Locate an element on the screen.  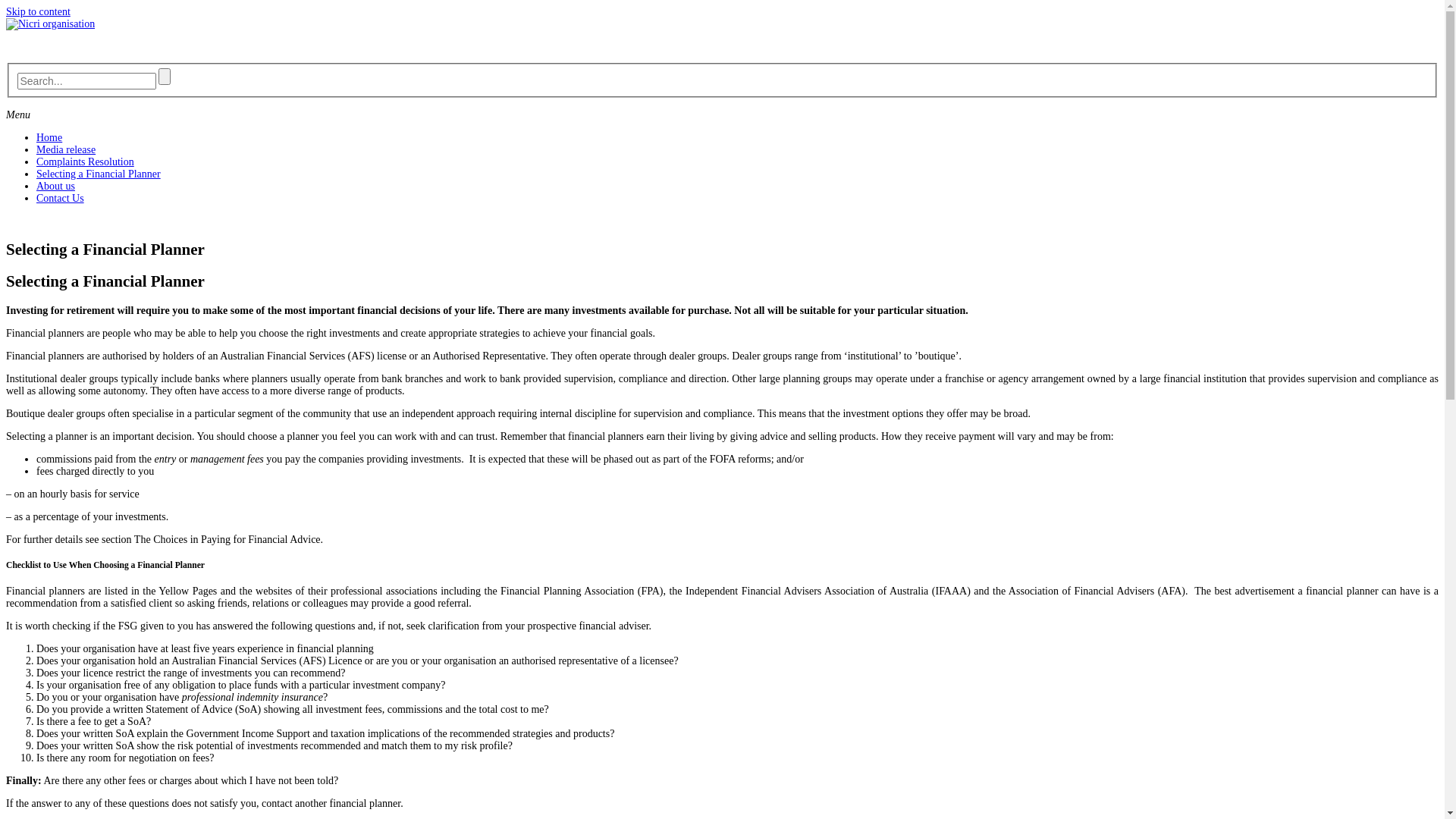
'Contact Us' is located at coordinates (60, 197).